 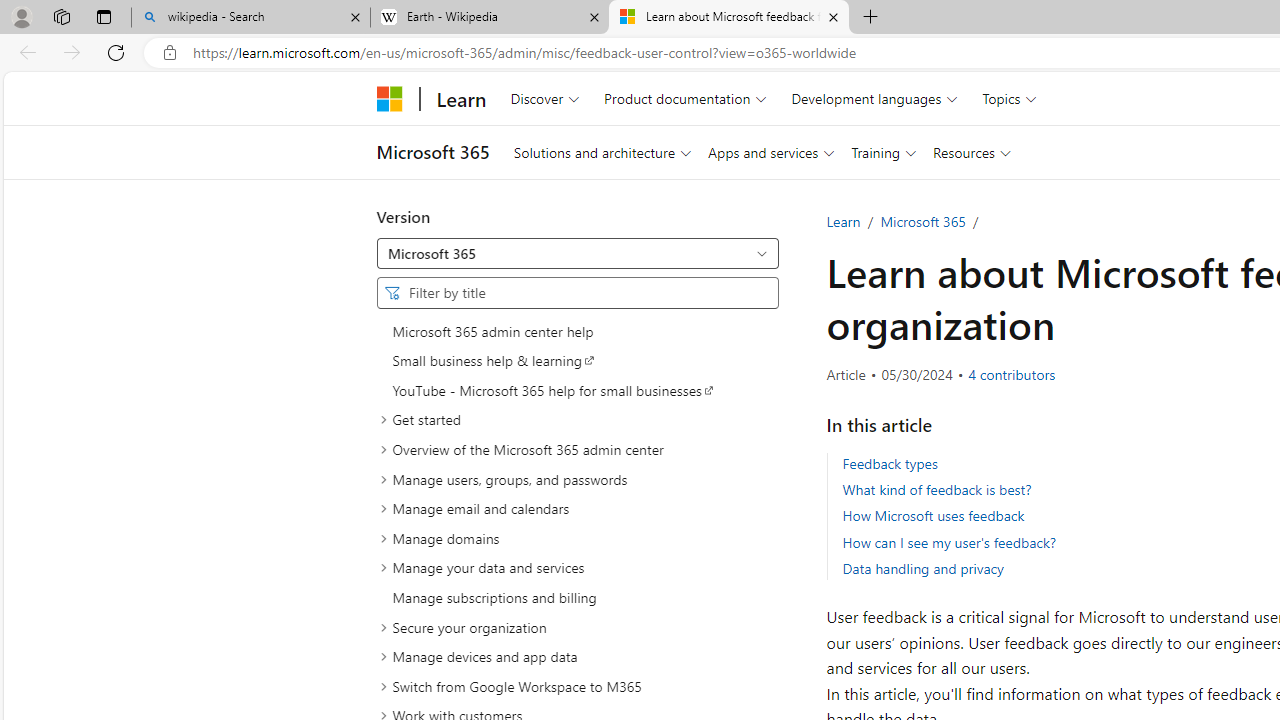 What do you see at coordinates (169, 52) in the screenshot?
I see `'View site information'` at bounding box center [169, 52].